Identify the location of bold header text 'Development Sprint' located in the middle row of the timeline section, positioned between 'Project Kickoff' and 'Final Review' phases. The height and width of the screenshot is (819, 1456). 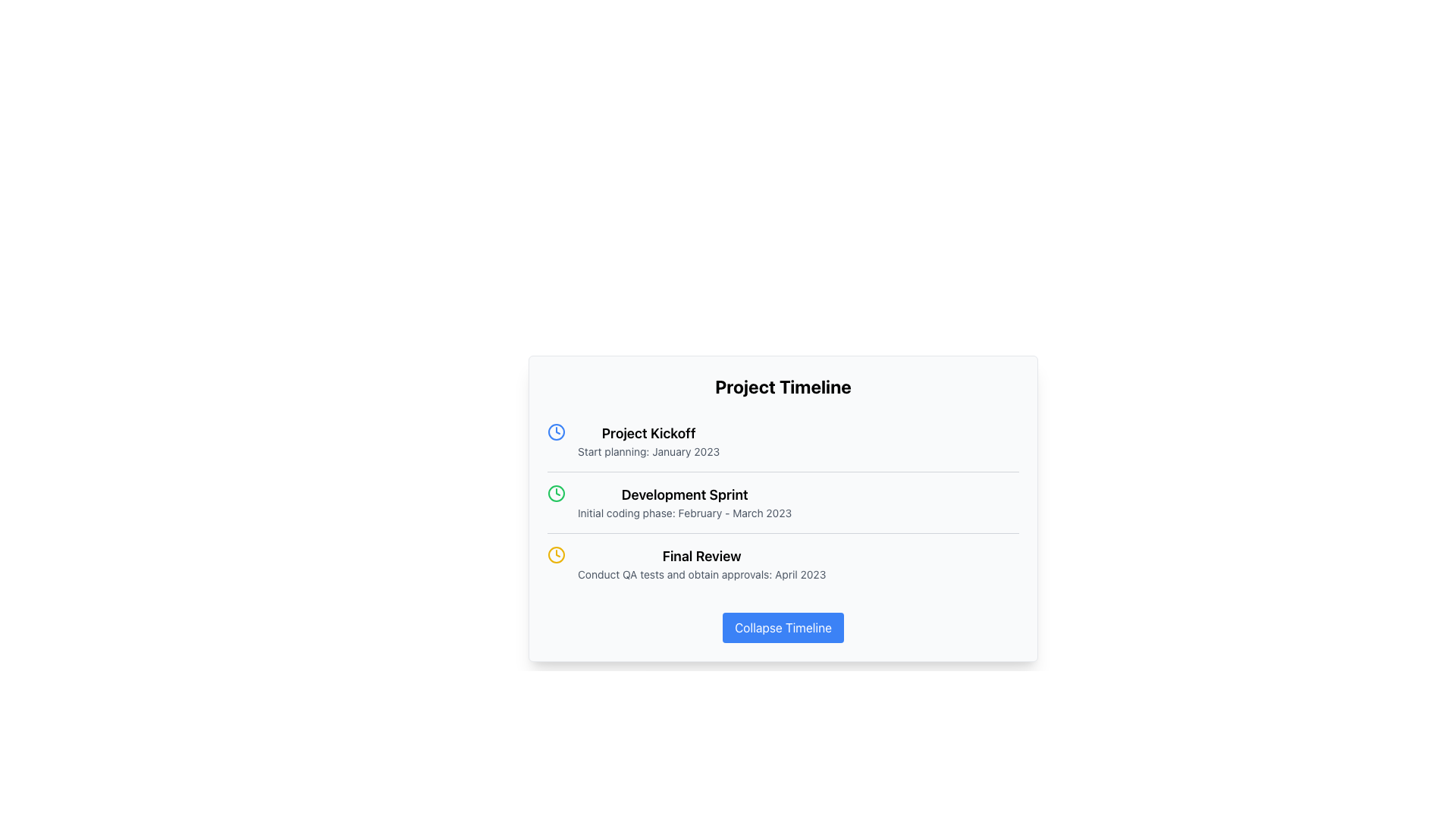
(684, 494).